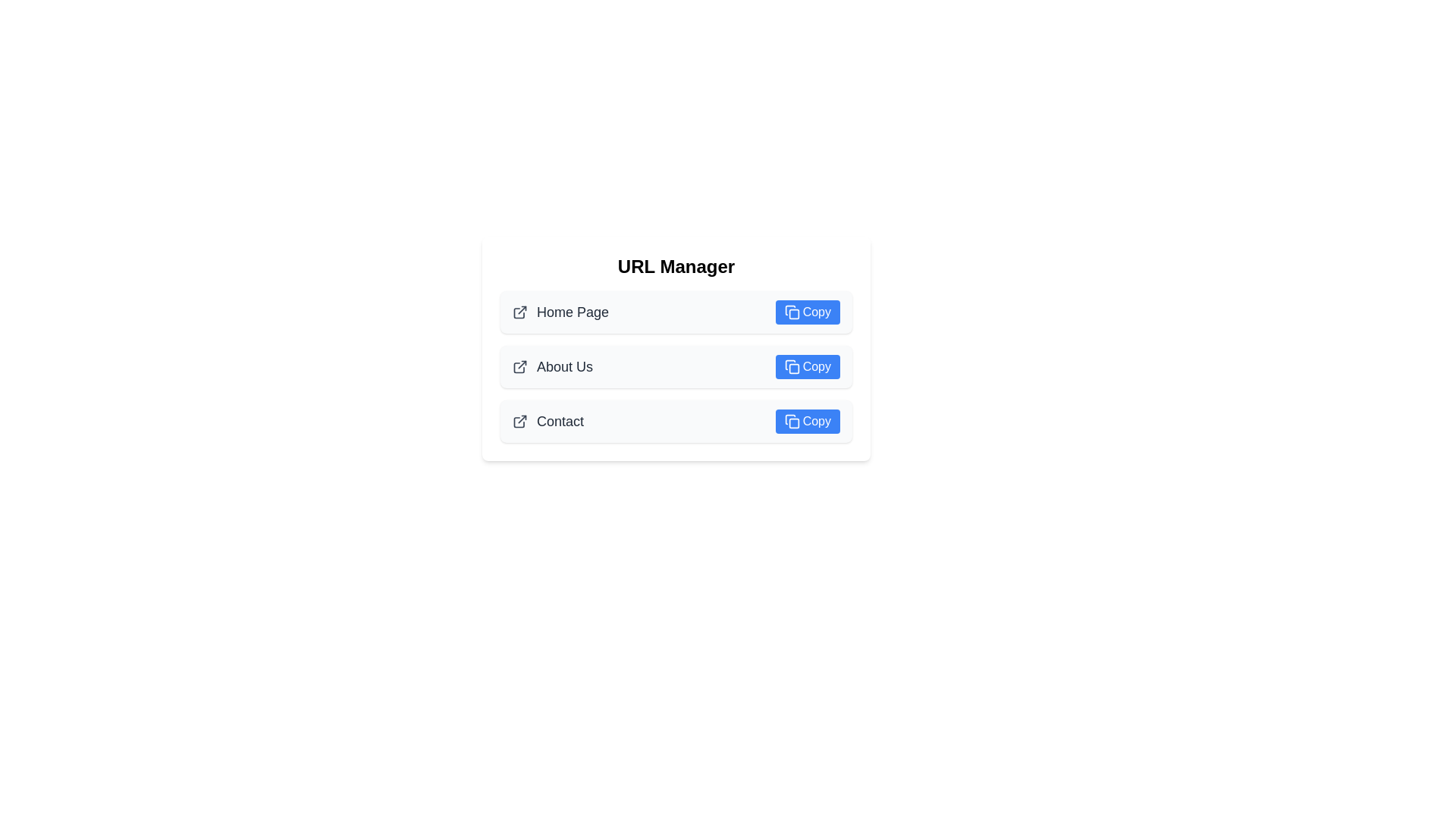 This screenshot has height=819, width=1456. What do you see at coordinates (560, 421) in the screenshot?
I see `the text label reading 'Contact' which is styled with a medium gray font on a white background, positioned below 'About Us' and above a 'Copy' button in the lower section of the central card` at bounding box center [560, 421].